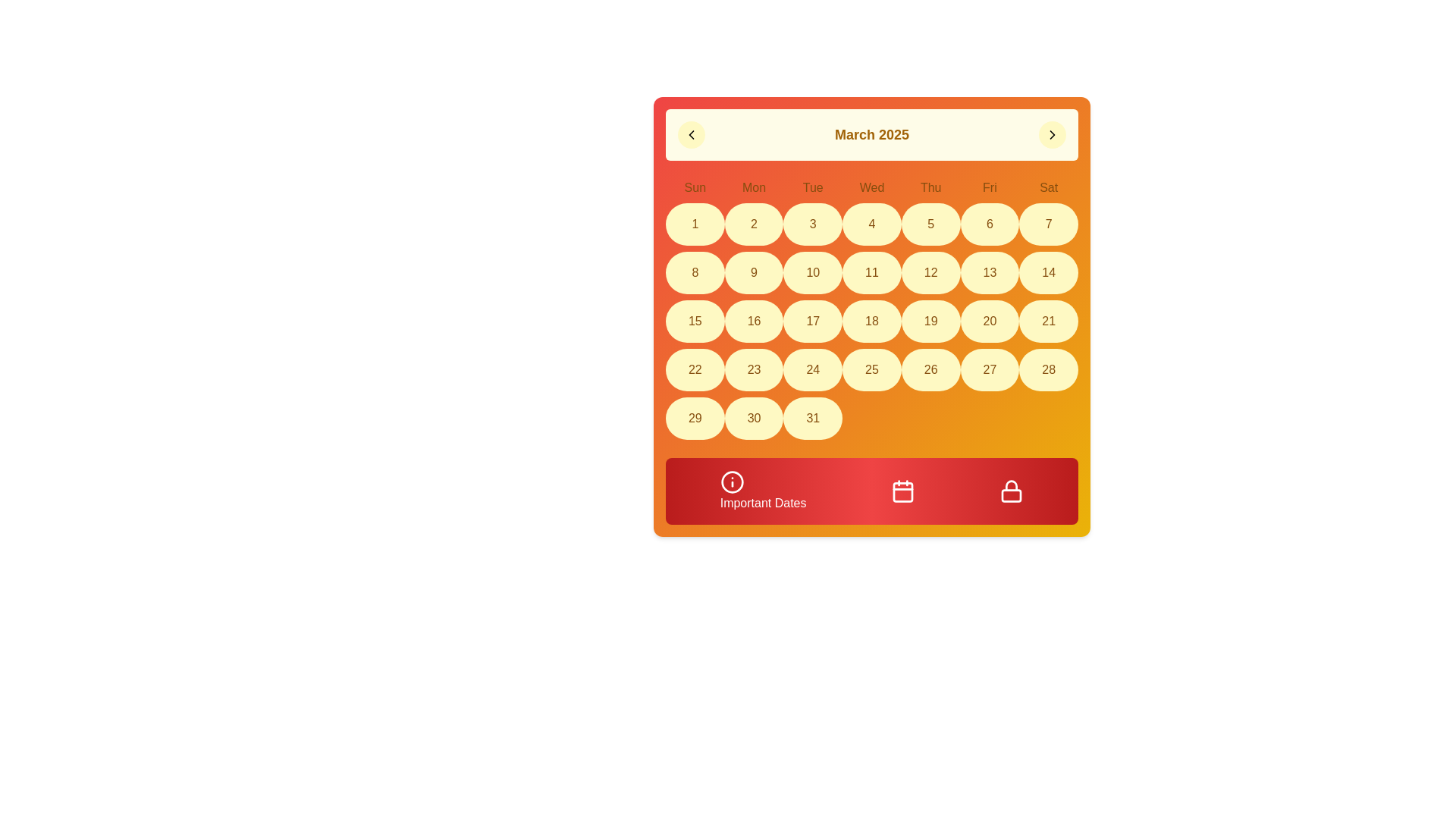  I want to click on the Day button representing the 29th day of the calendar month, so click(694, 418).